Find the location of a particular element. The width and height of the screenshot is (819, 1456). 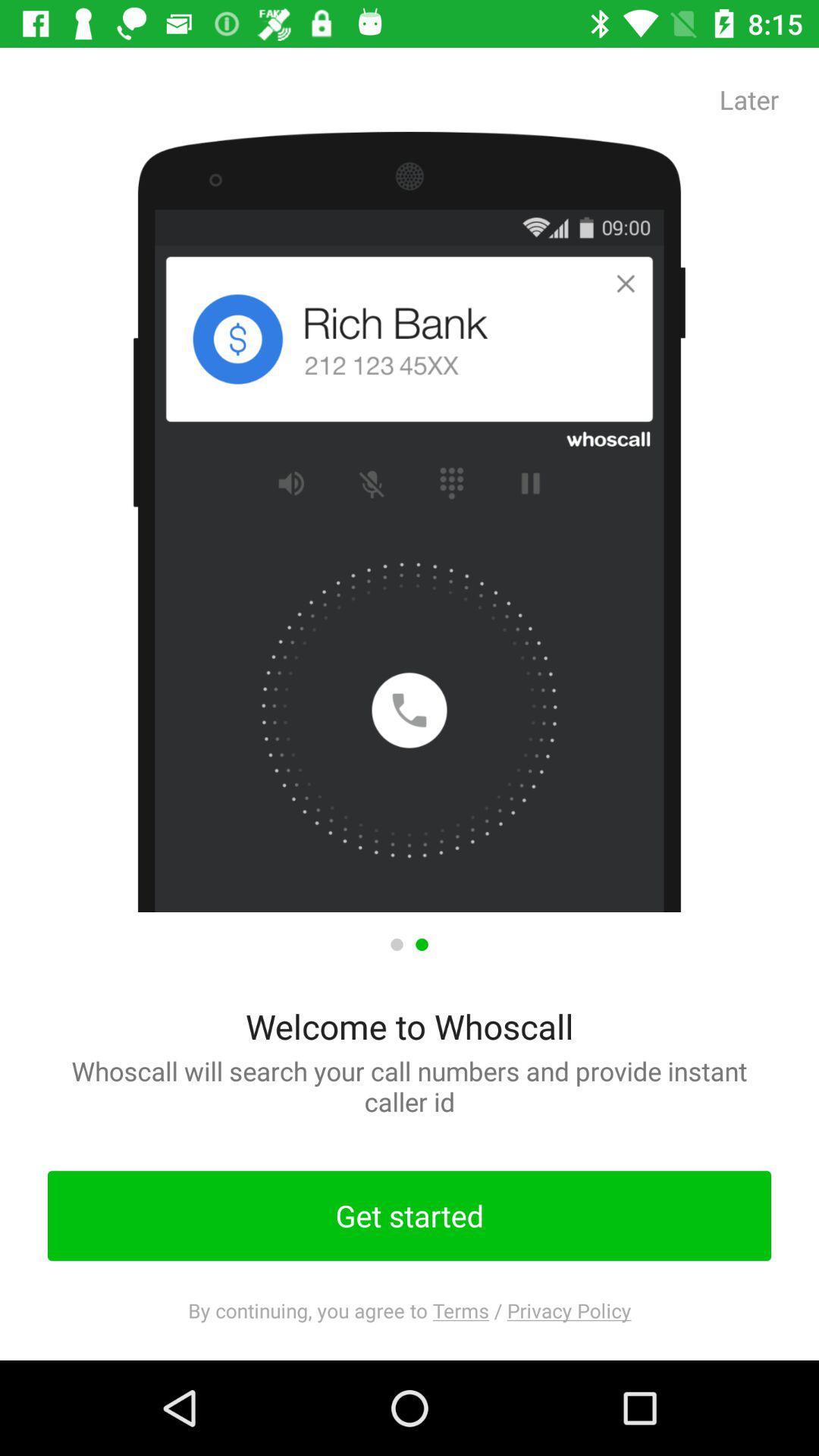

the app at the top right corner is located at coordinates (748, 99).